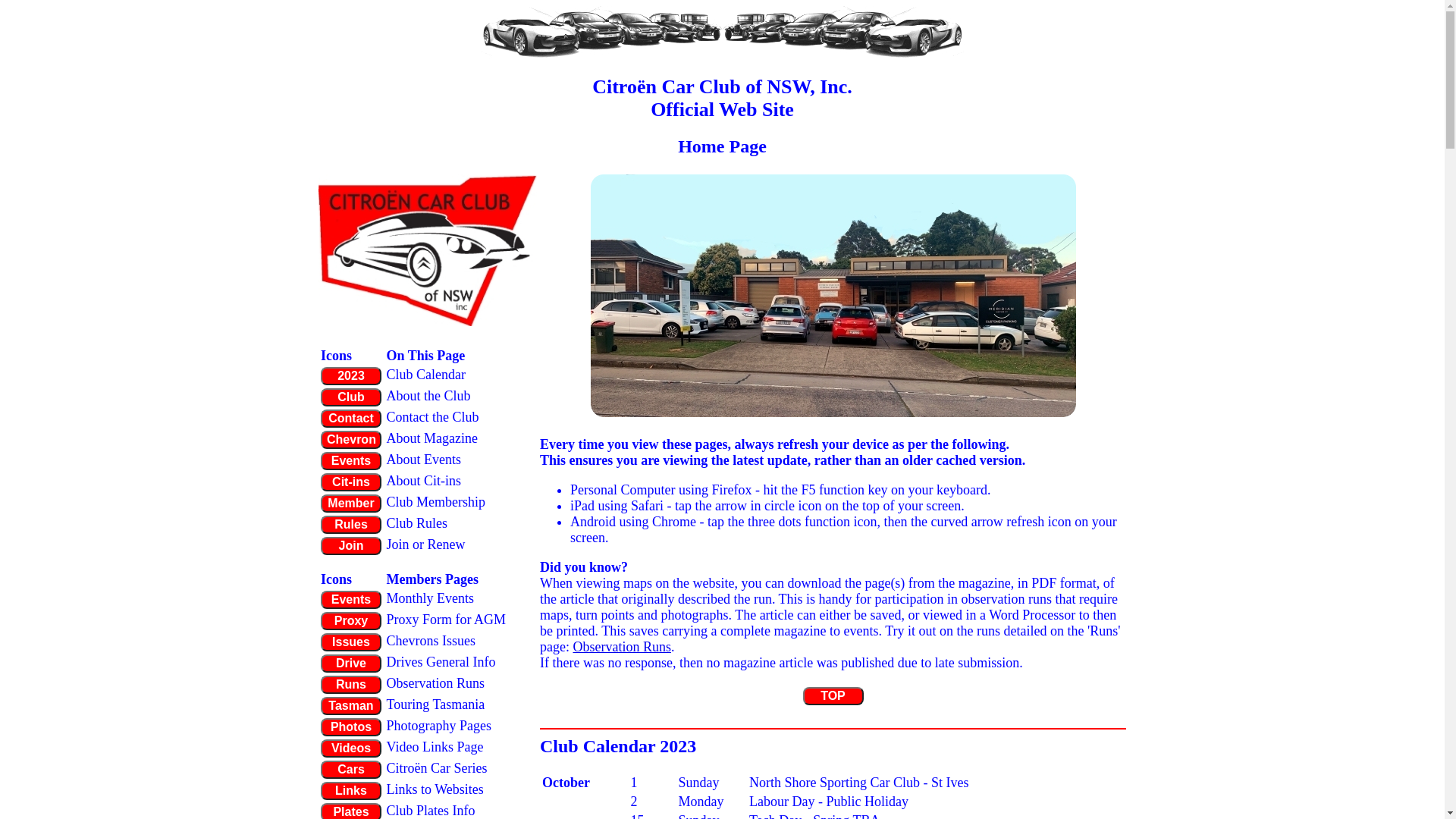 Image resolution: width=1456 pixels, height=819 pixels. I want to click on 'Join', so click(350, 546).